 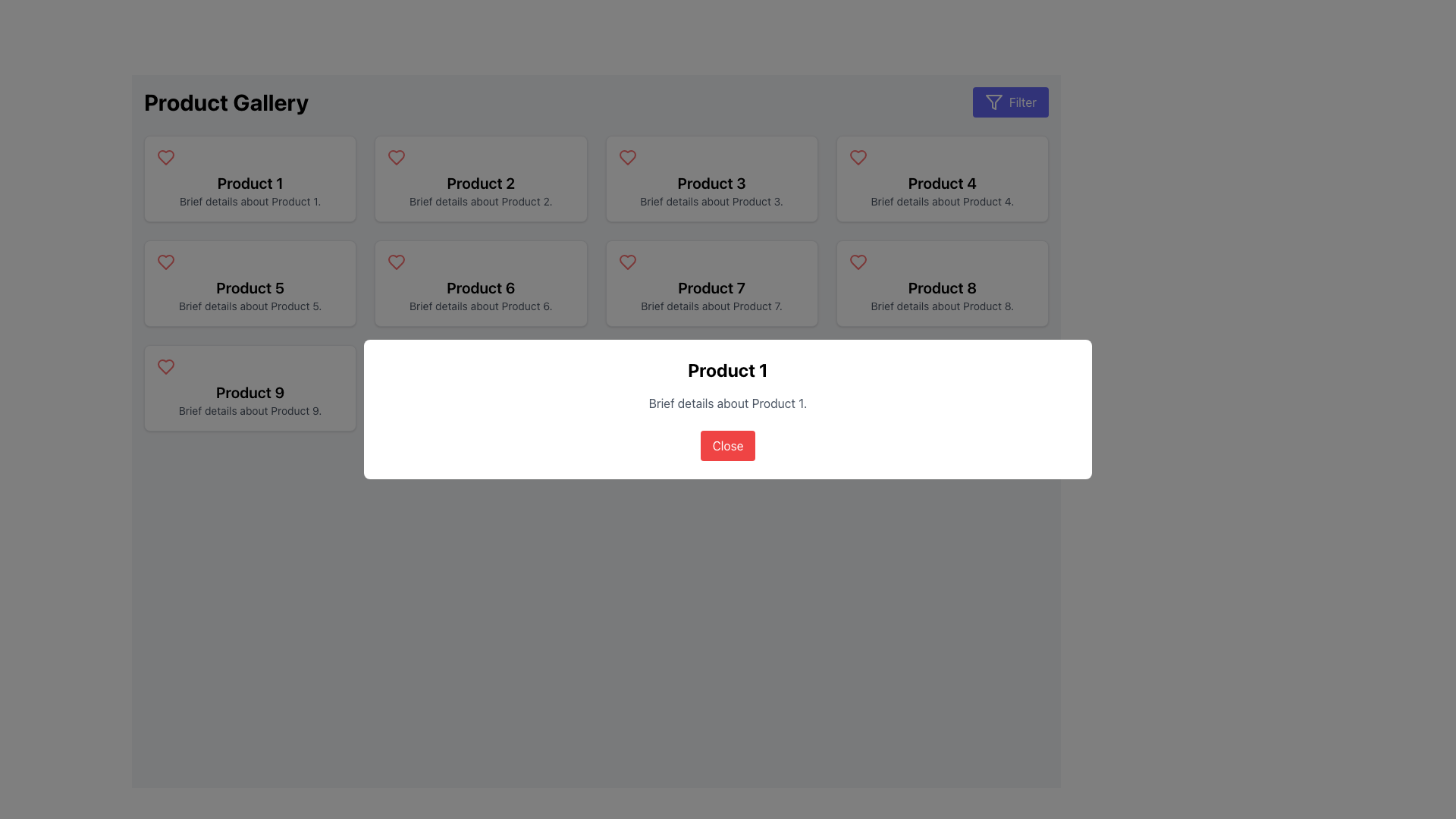 I want to click on the heart icon button located at the top-left corner of 'Product 7' card, so click(x=627, y=262).